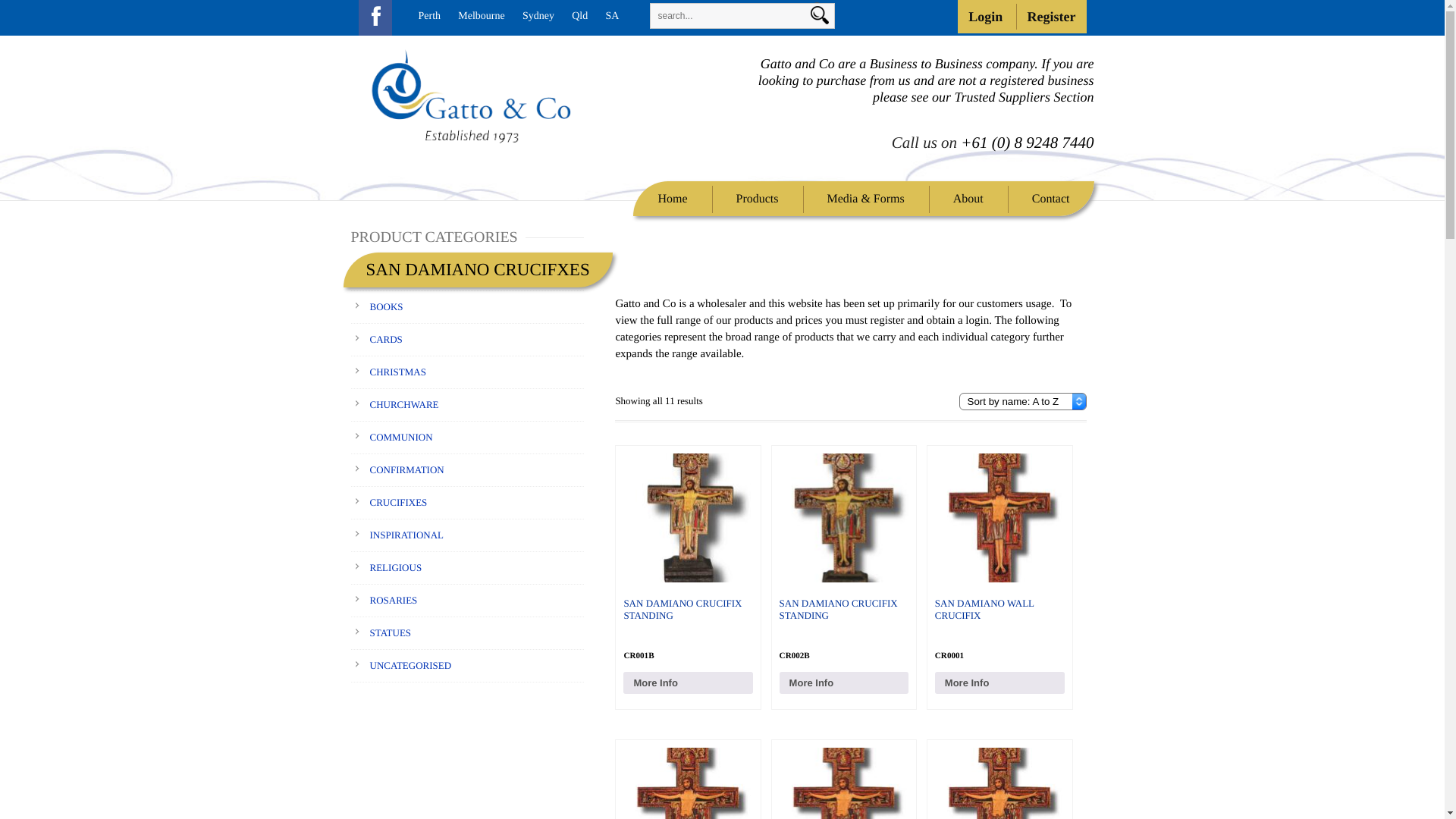 This screenshot has height=819, width=1456. Describe the element at coordinates (399, 502) in the screenshot. I see `'CRUCIFIXES'` at that location.